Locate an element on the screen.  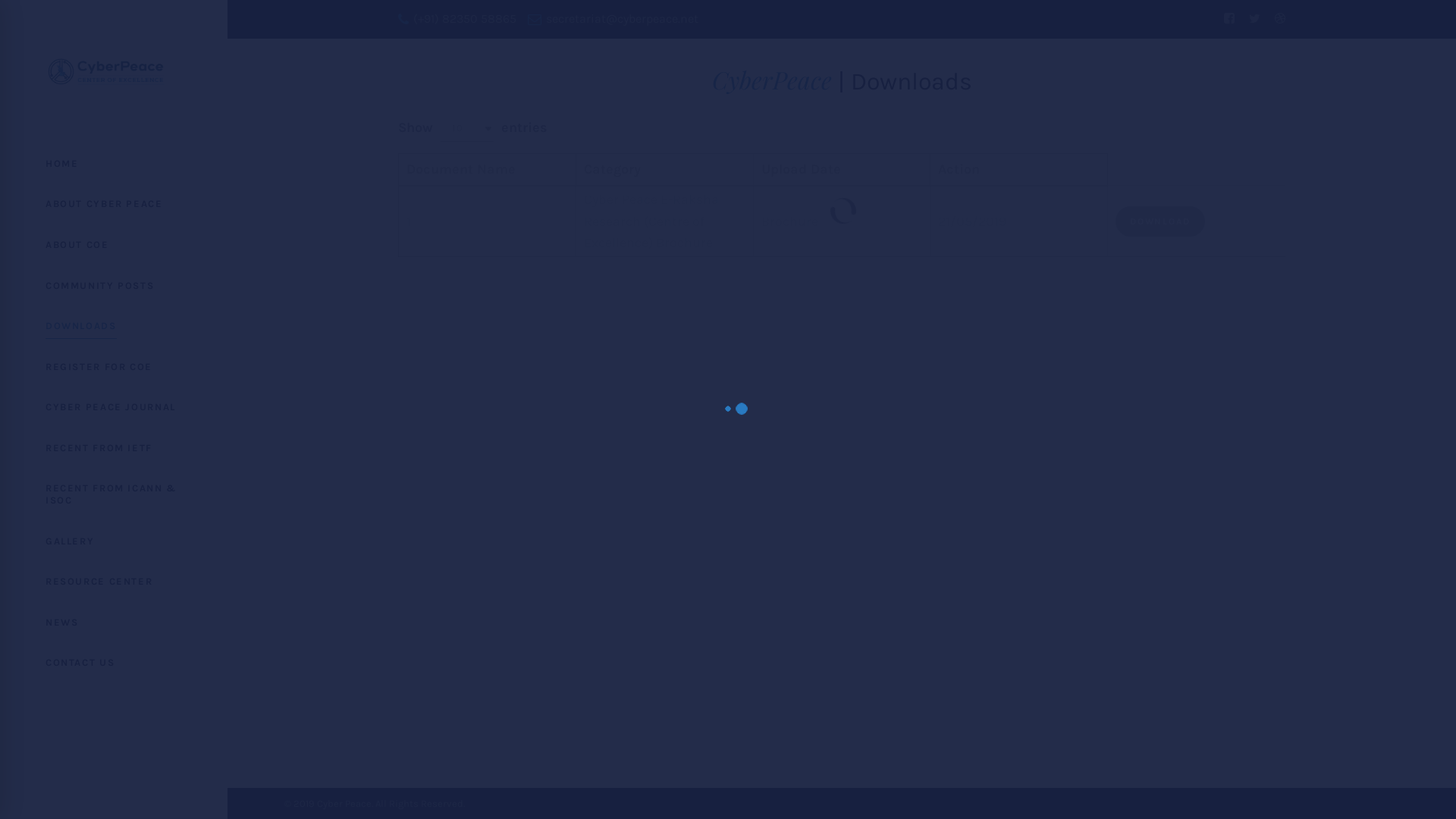
'secretariat@cyberpeace.net' is located at coordinates (613, 19).